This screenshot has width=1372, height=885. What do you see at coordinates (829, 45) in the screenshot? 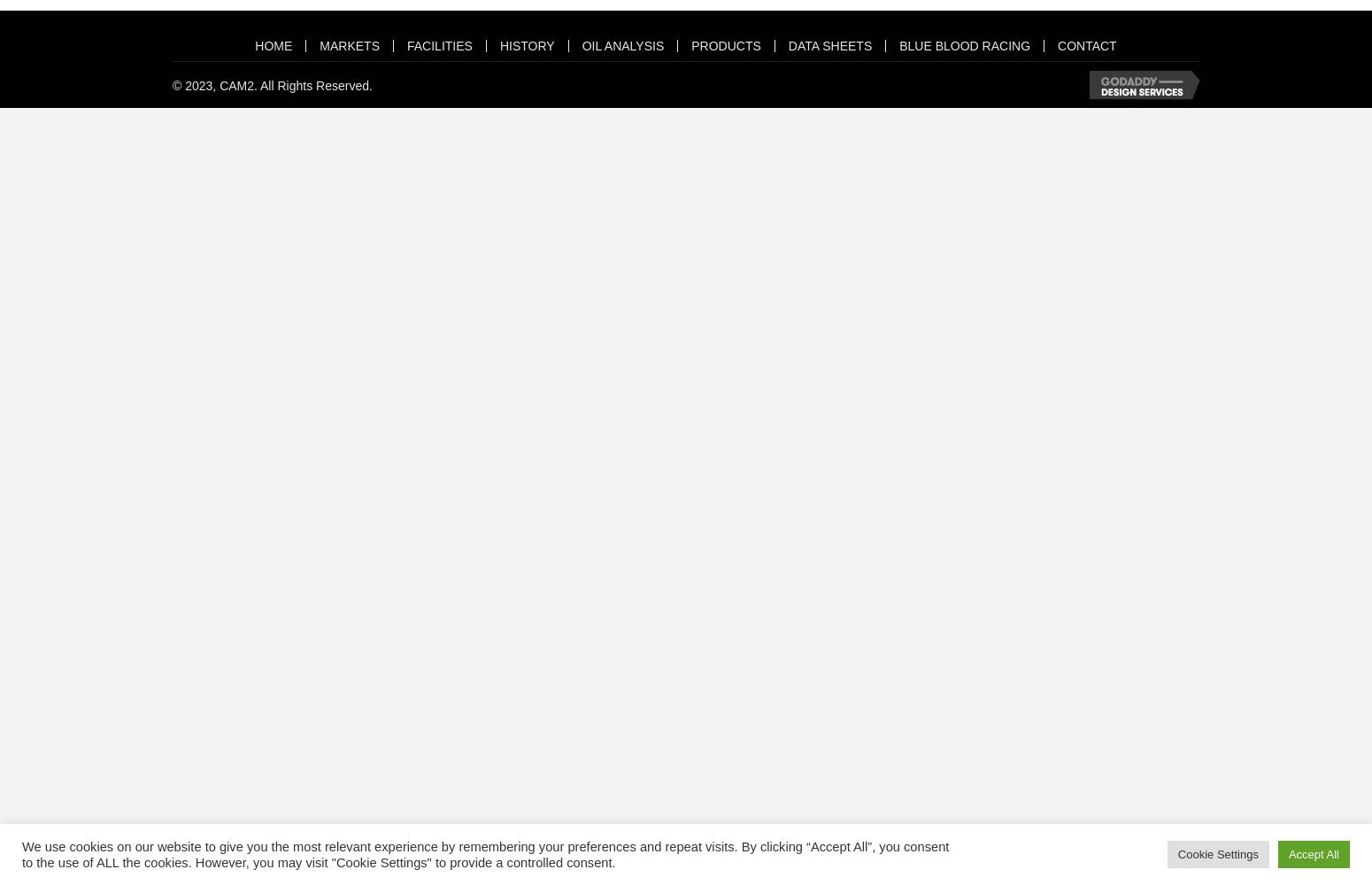
I see `'DATA SHEETS'` at bounding box center [829, 45].